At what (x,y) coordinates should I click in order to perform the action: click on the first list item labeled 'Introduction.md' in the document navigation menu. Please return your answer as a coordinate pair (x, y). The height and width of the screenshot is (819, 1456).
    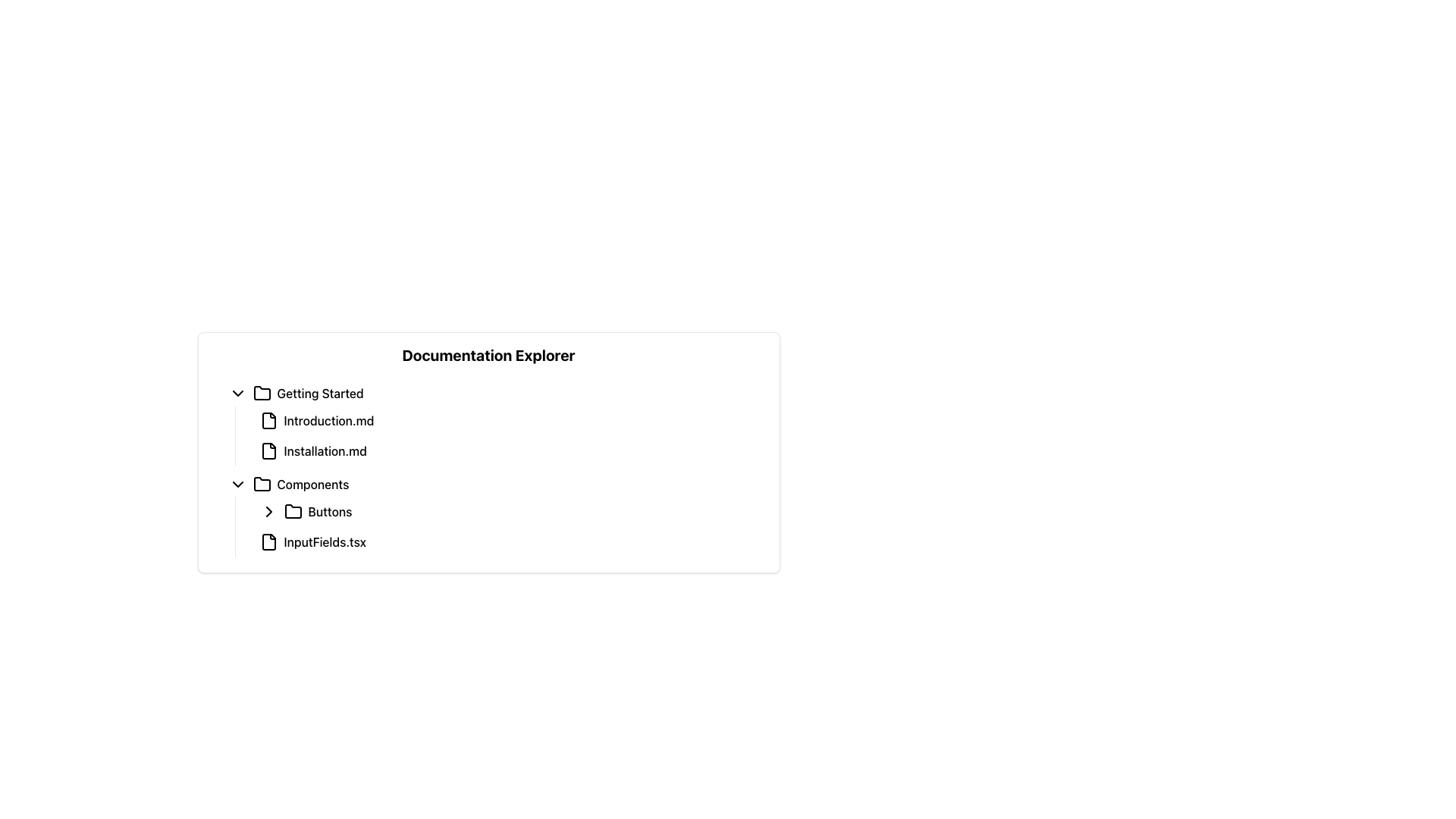
    Looking at the image, I should click on (510, 421).